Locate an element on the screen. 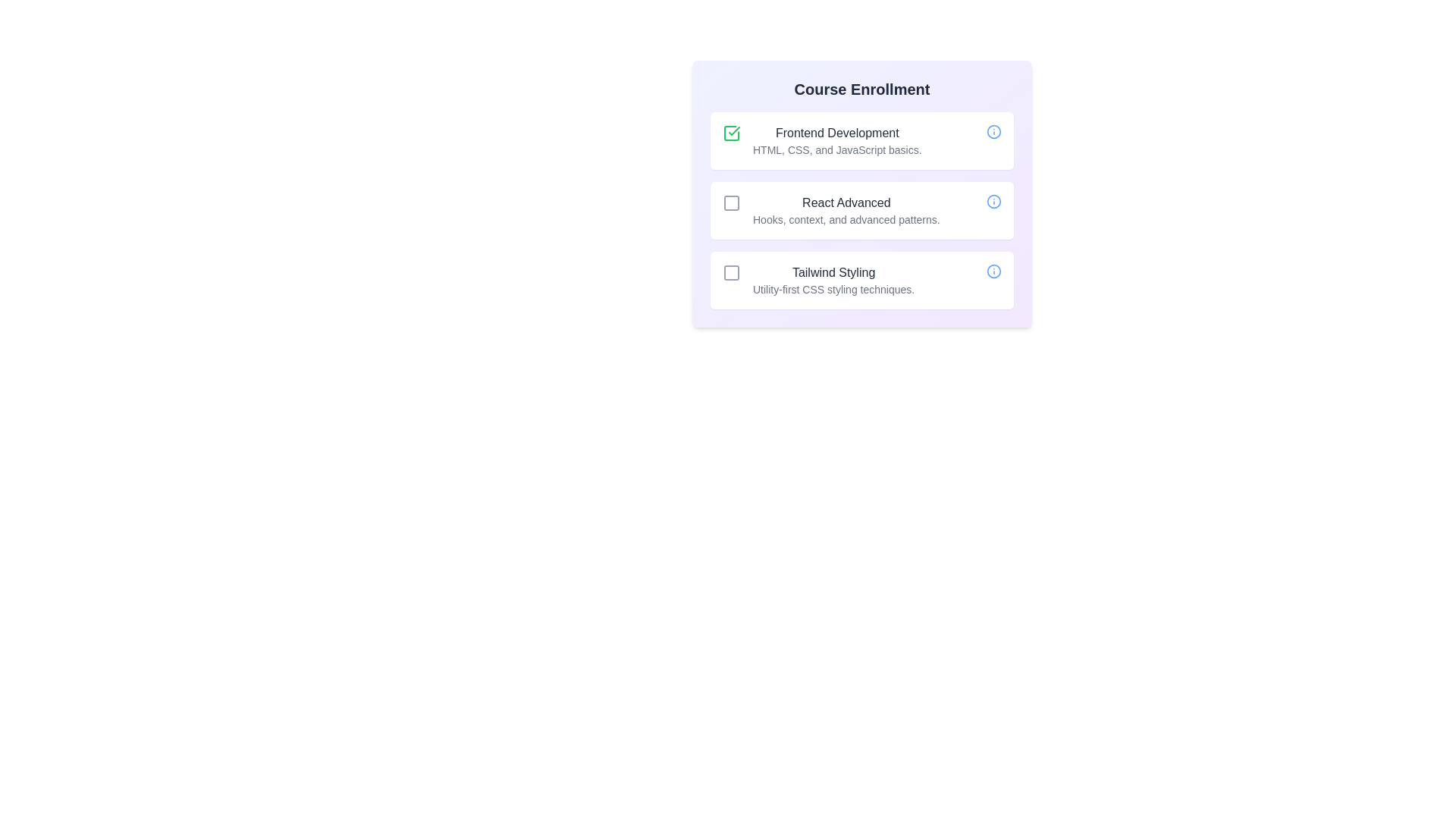 This screenshot has width=1456, height=819. title text of the third course option, which is positioned above the description line and to the right of a checkbox is located at coordinates (833, 271).